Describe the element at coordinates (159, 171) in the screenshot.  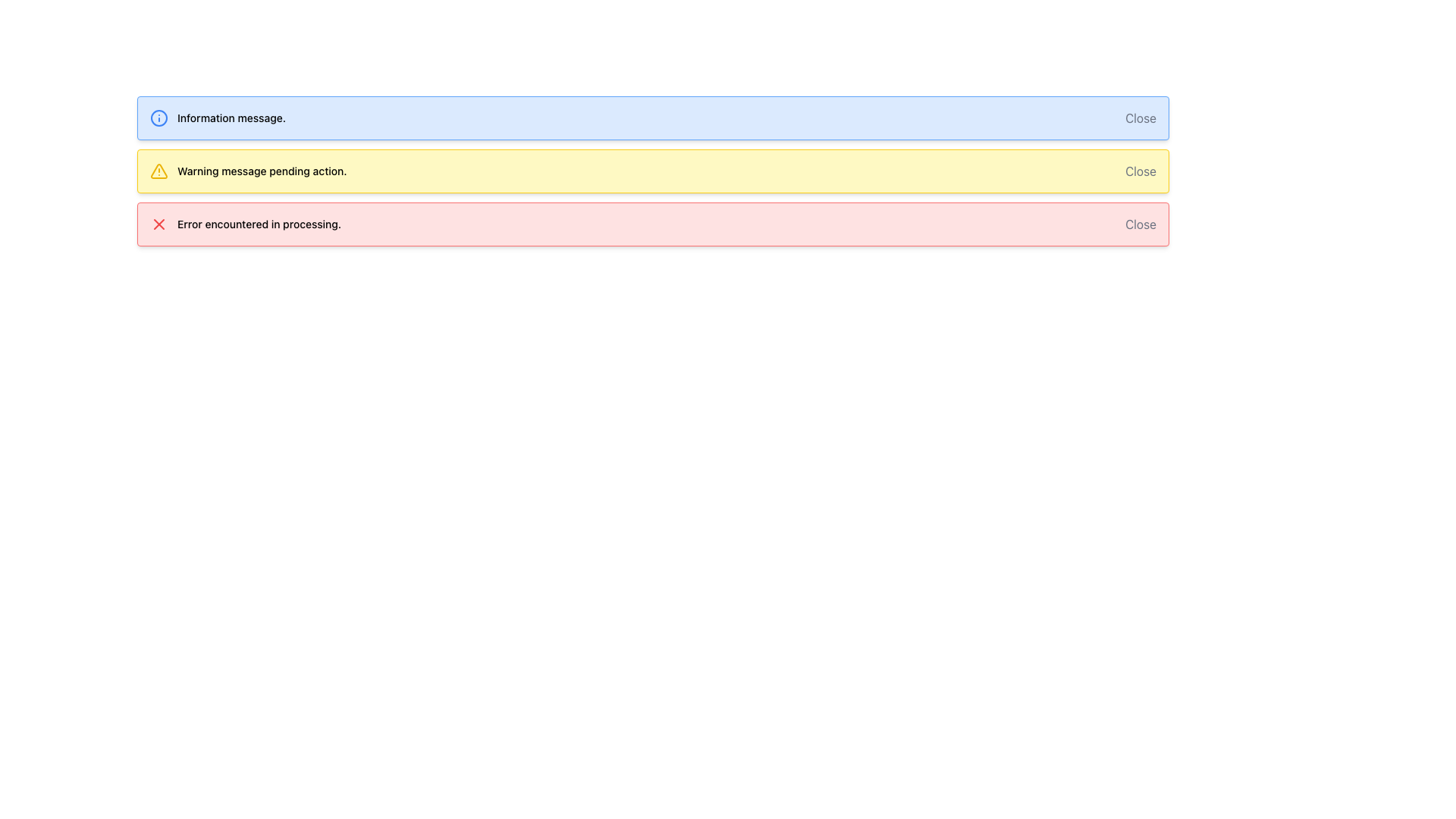
I see `the warning indicator icon located on the left side of the yellow alert box labeled 'Warning message pending action.'` at that location.